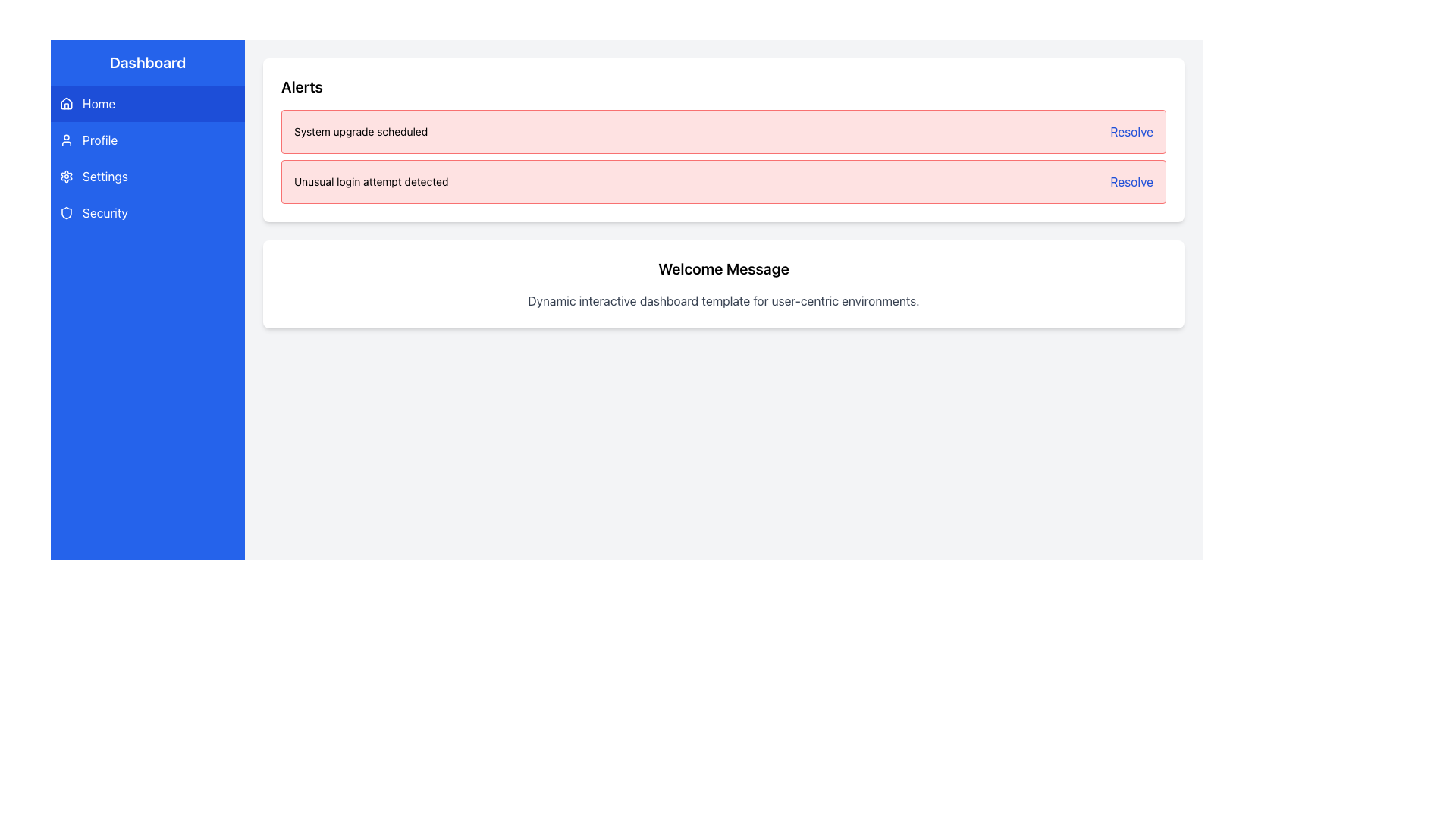 This screenshot has width=1456, height=819. I want to click on the 'Settings' text label, which is displayed in white font on a blue background, so click(105, 175).